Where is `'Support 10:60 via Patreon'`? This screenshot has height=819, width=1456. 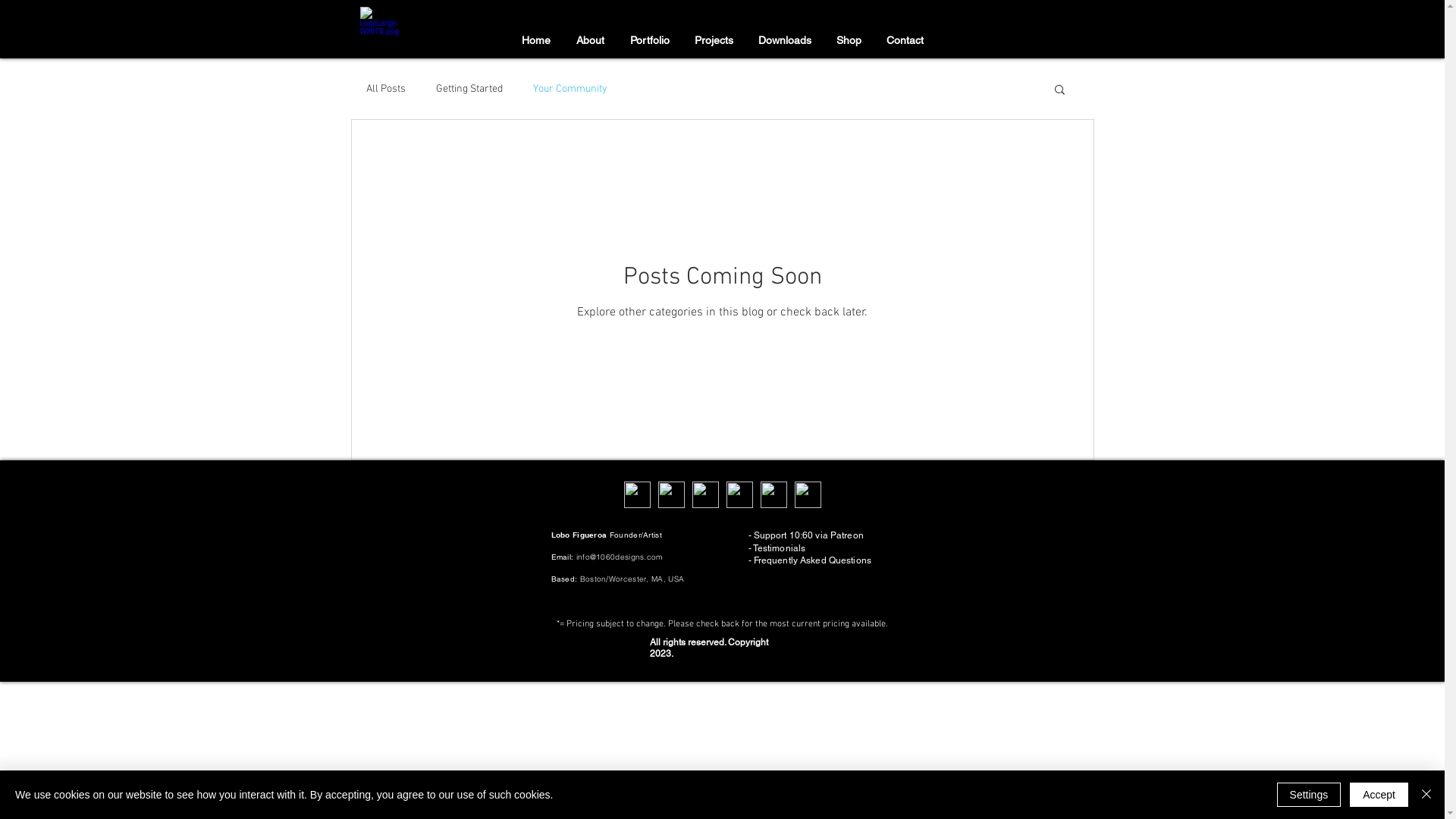
'Support 10:60 via Patreon' is located at coordinates (808, 534).